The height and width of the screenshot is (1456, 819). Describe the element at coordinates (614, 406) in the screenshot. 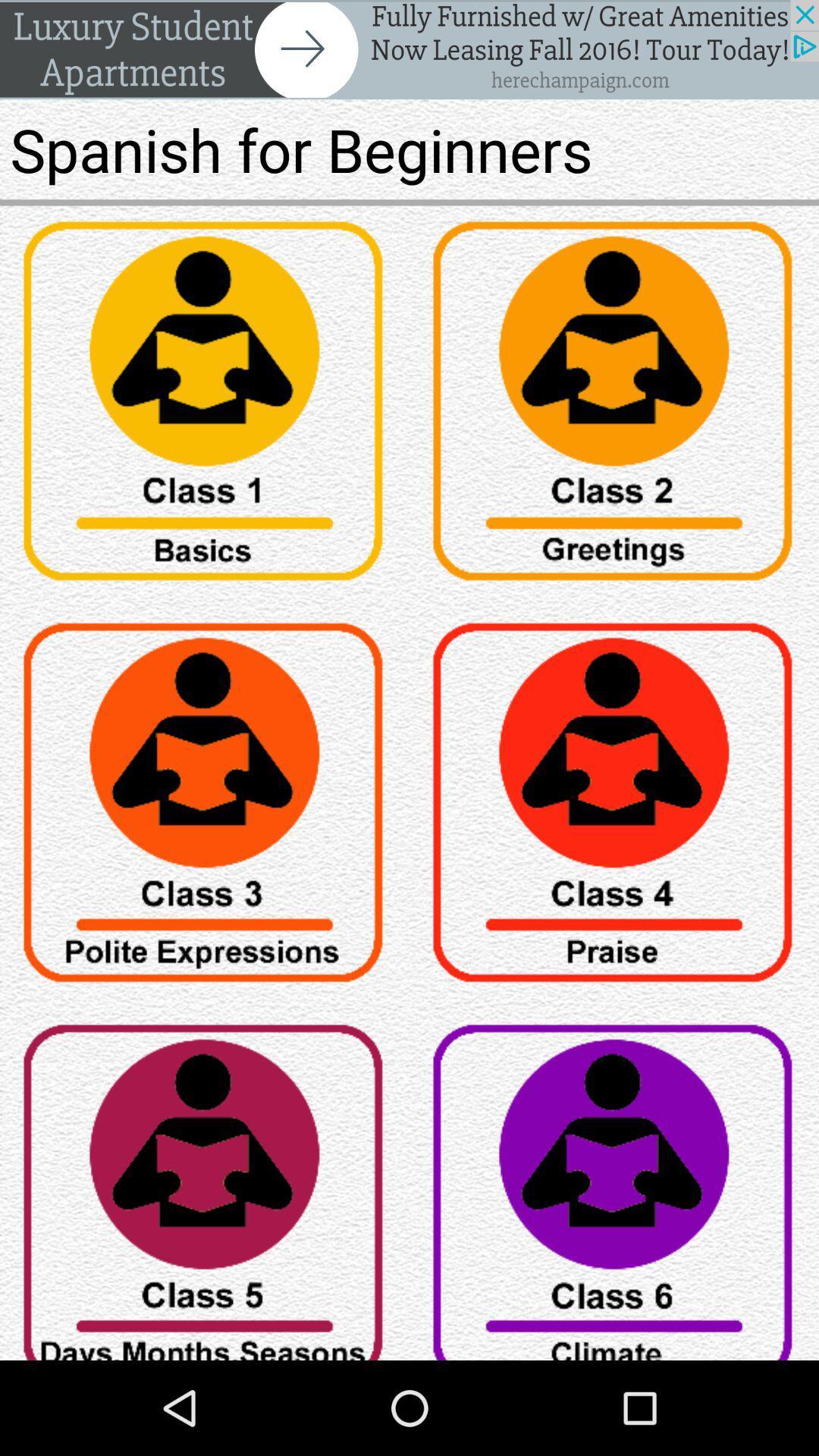

I see `do the test` at that location.